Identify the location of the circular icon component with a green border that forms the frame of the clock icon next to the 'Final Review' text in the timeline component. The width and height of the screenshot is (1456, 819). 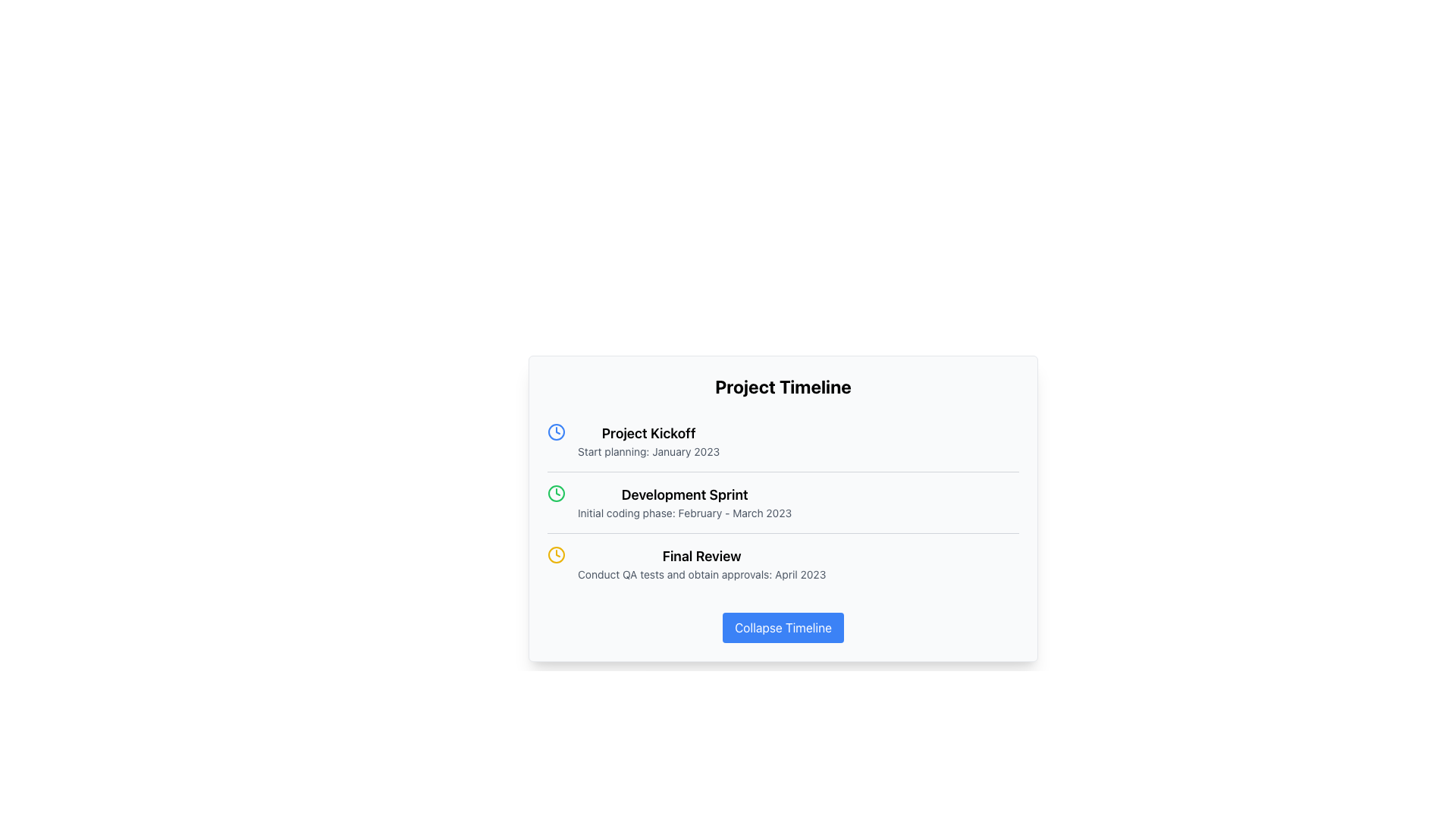
(556, 494).